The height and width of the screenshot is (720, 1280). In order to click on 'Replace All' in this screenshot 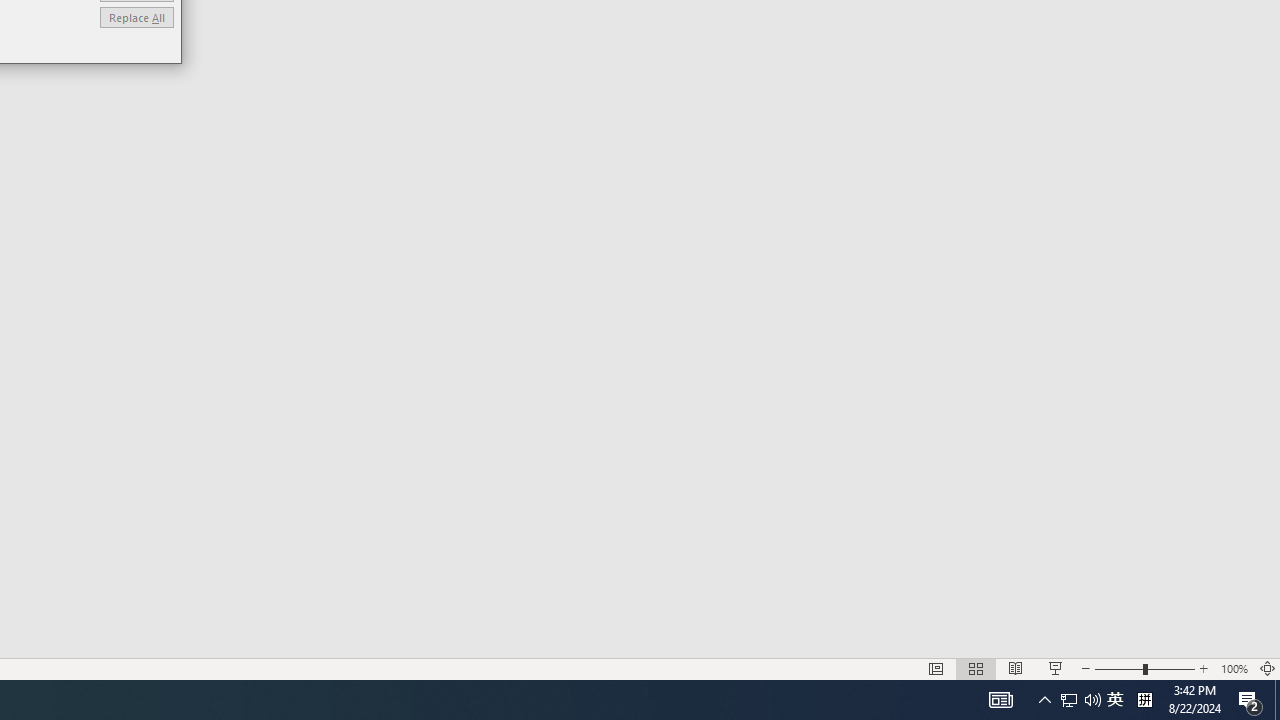, I will do `click(135, 17)`.